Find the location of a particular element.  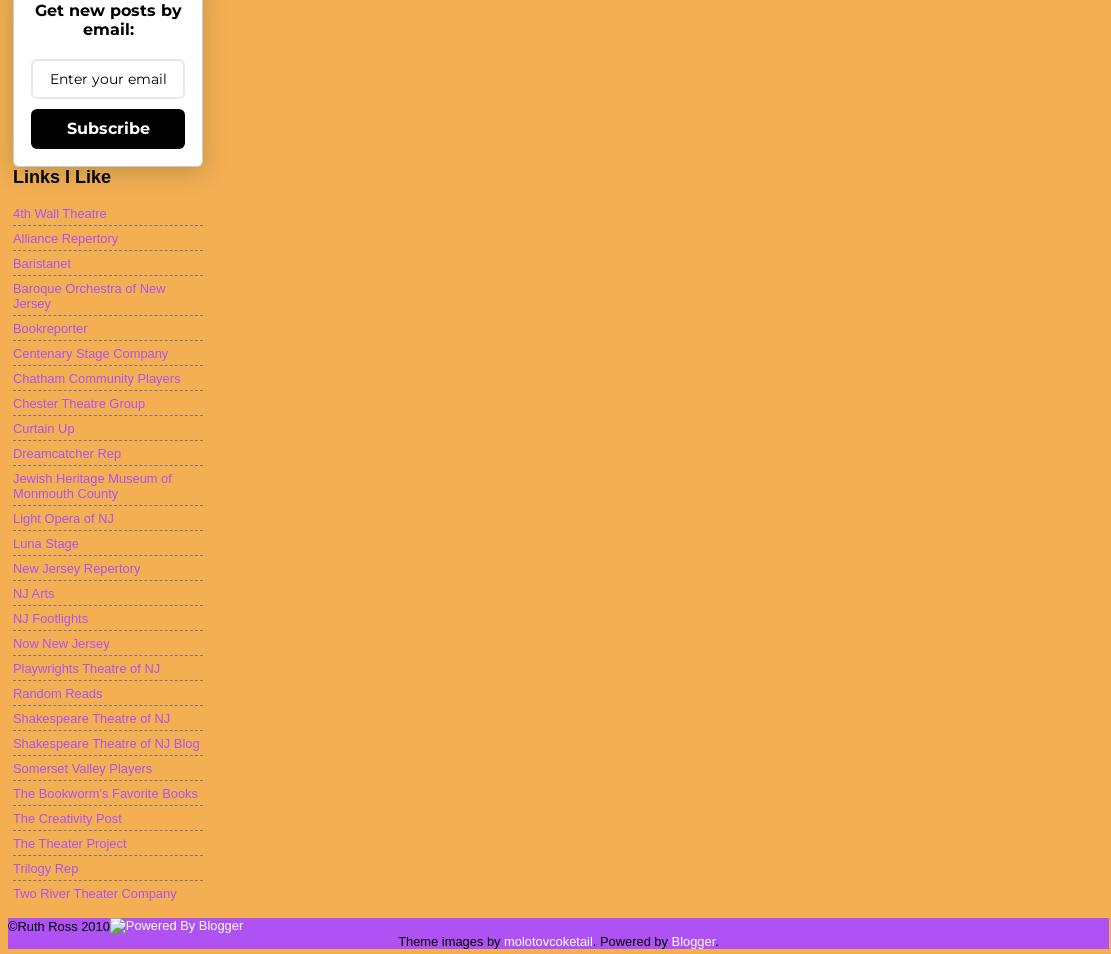

'The Theater Project' is located at coordinates (68, 842).